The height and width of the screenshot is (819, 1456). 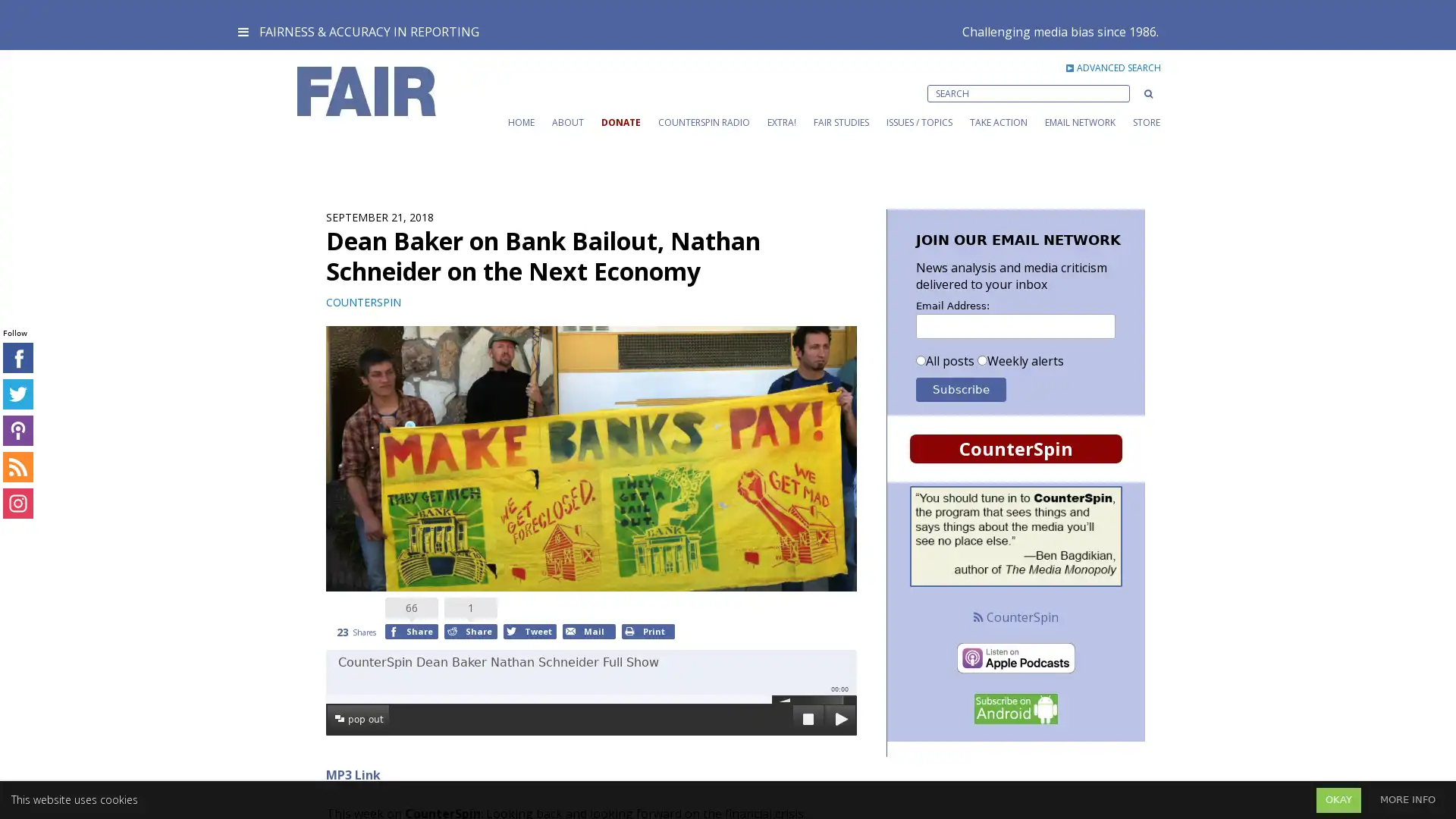 What do you see at coordinates (18, 466) in the screenshot?
I see `connect on RSS` at bounding box center [18, 466].